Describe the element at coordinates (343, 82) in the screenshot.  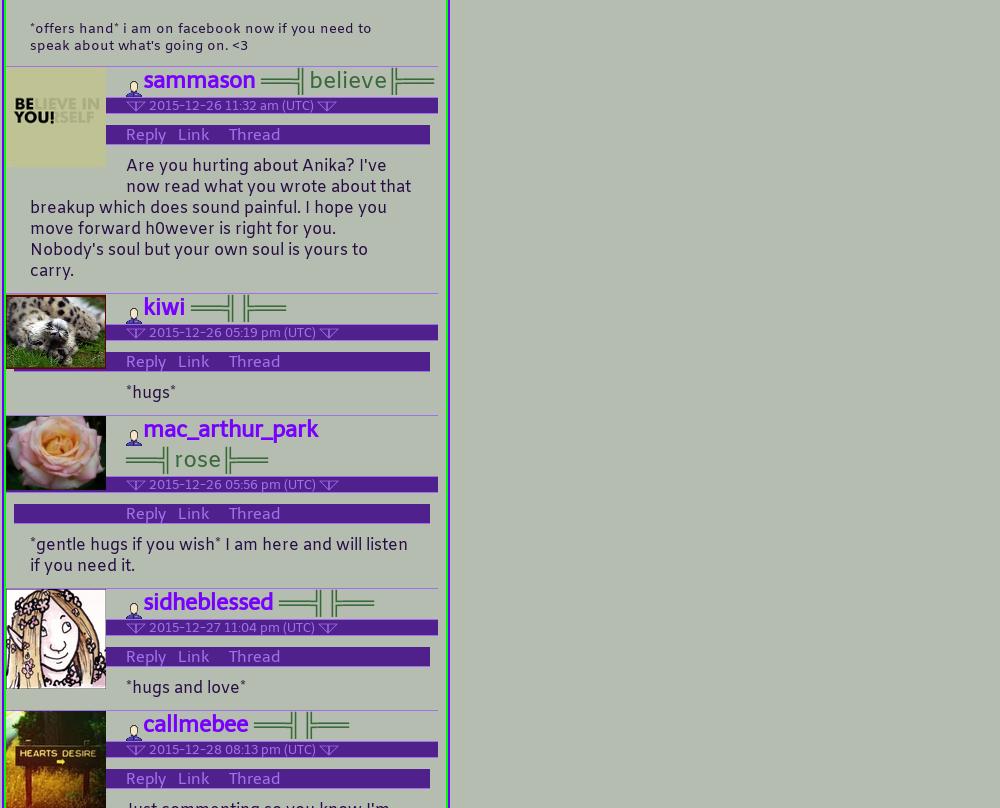
I see `'══╣believe╠══'` at that location.